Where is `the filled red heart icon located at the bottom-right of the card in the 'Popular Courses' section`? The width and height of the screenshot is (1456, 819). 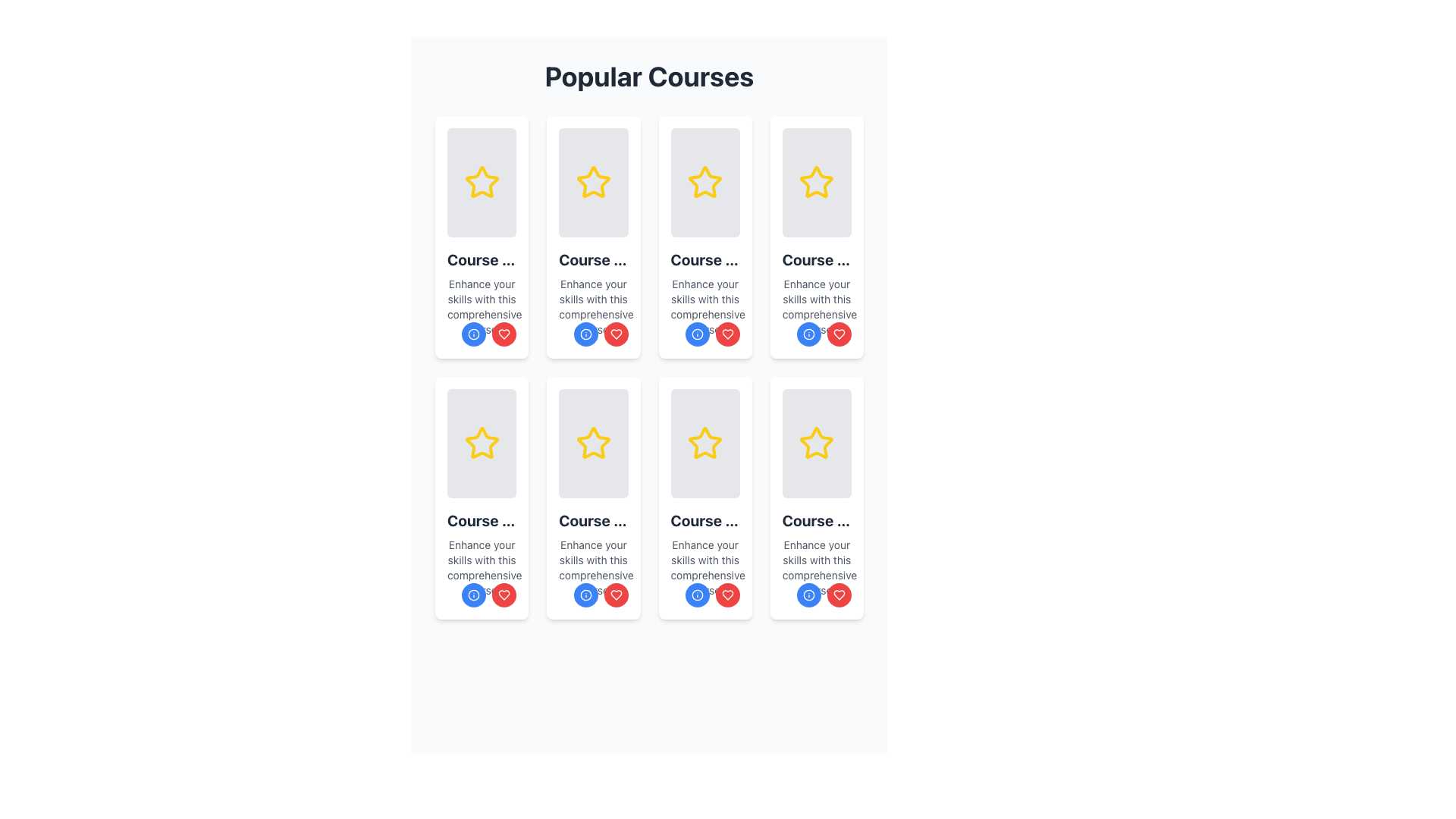
the filled red heart icon located at the bottom-right of the card in the 'Popular Courses' section is located at coordinates (504, 595).